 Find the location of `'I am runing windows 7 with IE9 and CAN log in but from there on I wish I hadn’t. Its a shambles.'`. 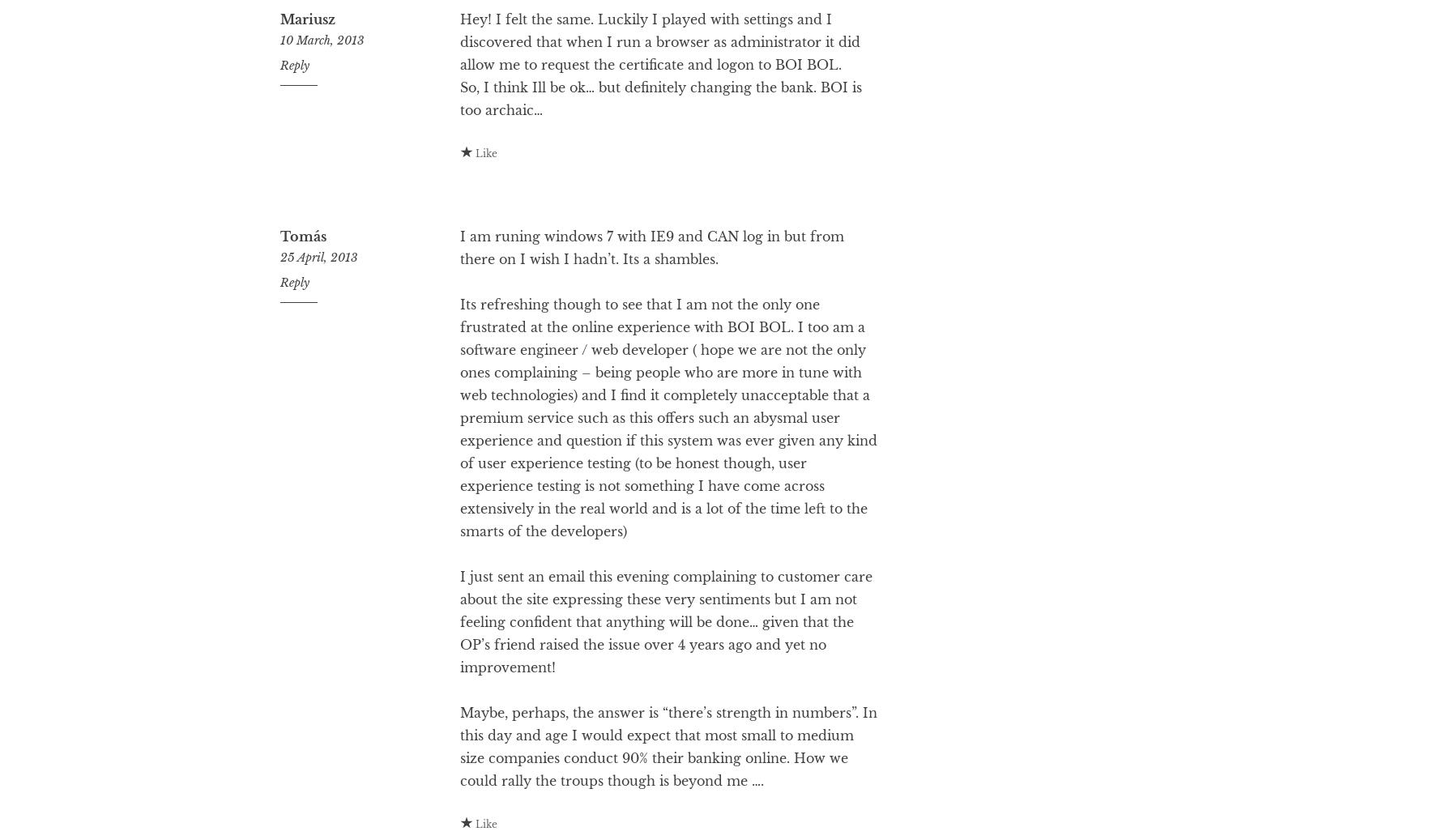

'I am runing windows 7 with IE9 and CAN log in but from there on I wish I hadn’t. Its a shambles.' is located at coordinates (458, 311).